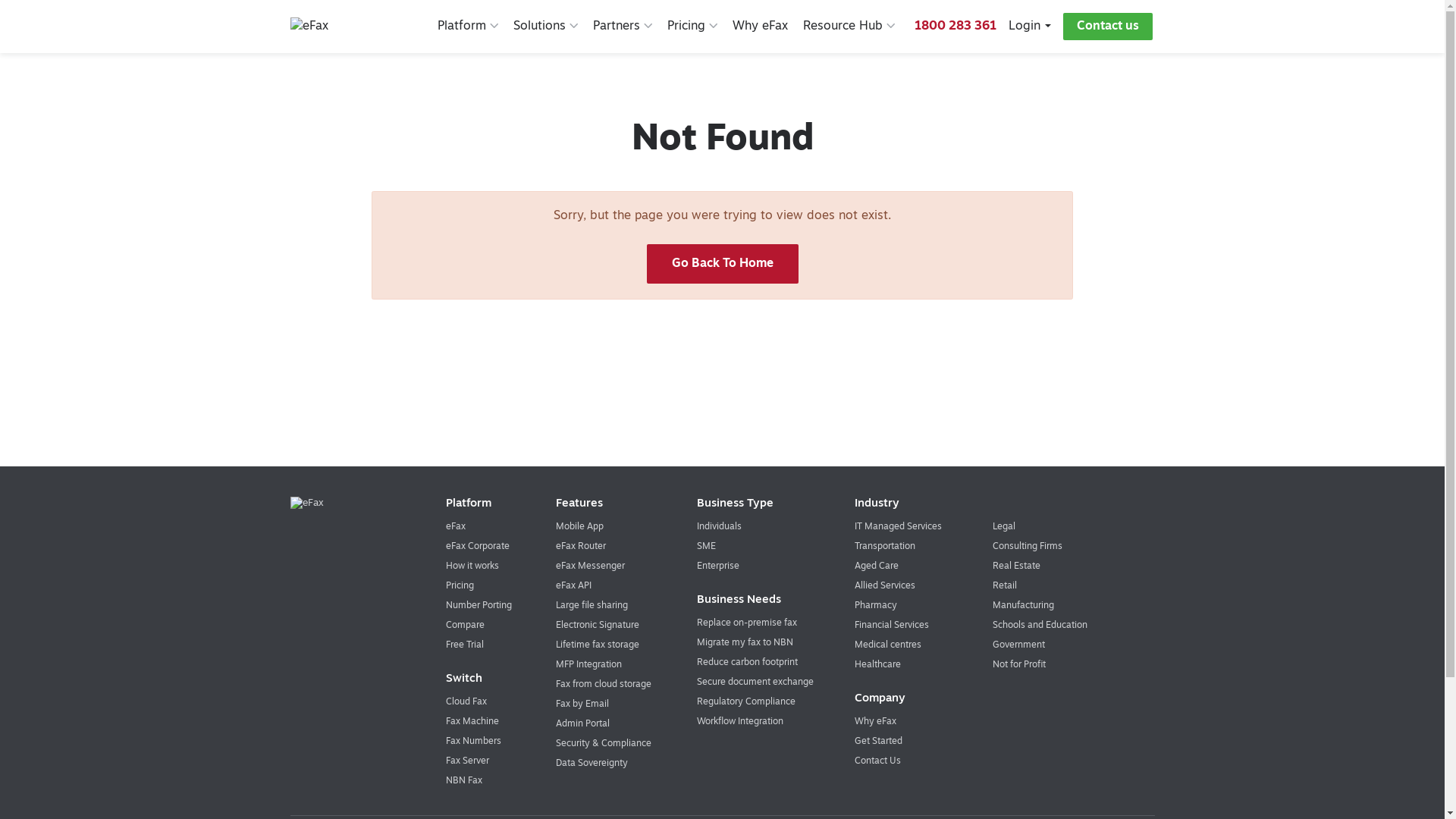 This screenshot has width=1456, height=819. Describe the element at coordinates (755, 681) in the screenshot. I see `'Secure document exchange'` at that location.